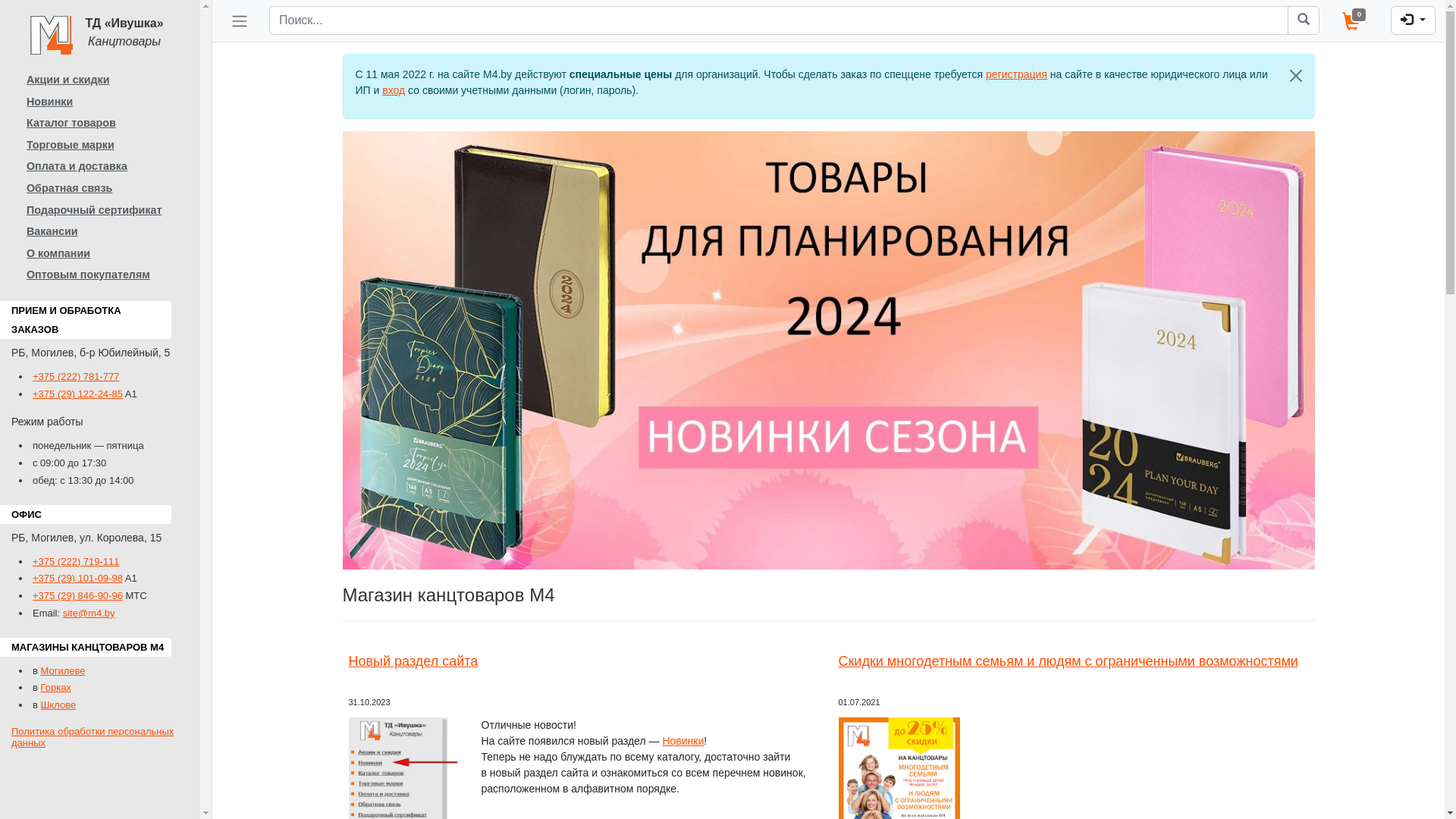 The height and width of the screenshot is (819, 1456). Describe the element at coordinates (77, 578) in the screenshot. I see `'+375 (29) 101-09-98'` at that location.